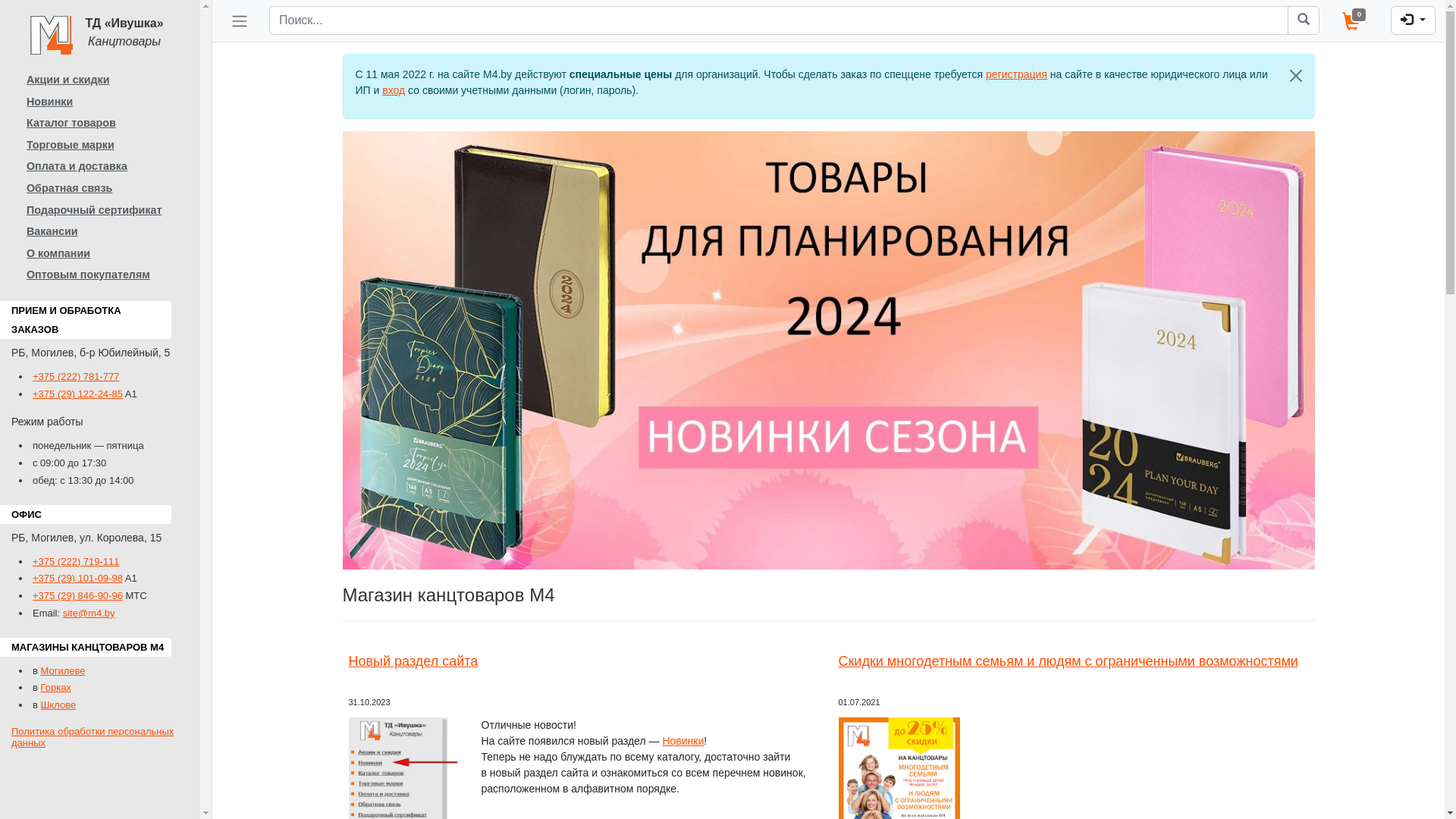 The height and width of the screenshot is (819, 1456). Describe the element at coordinates (77, 578) in the screenshot. I see `'+375 (29) 101-09-98'` at that location.